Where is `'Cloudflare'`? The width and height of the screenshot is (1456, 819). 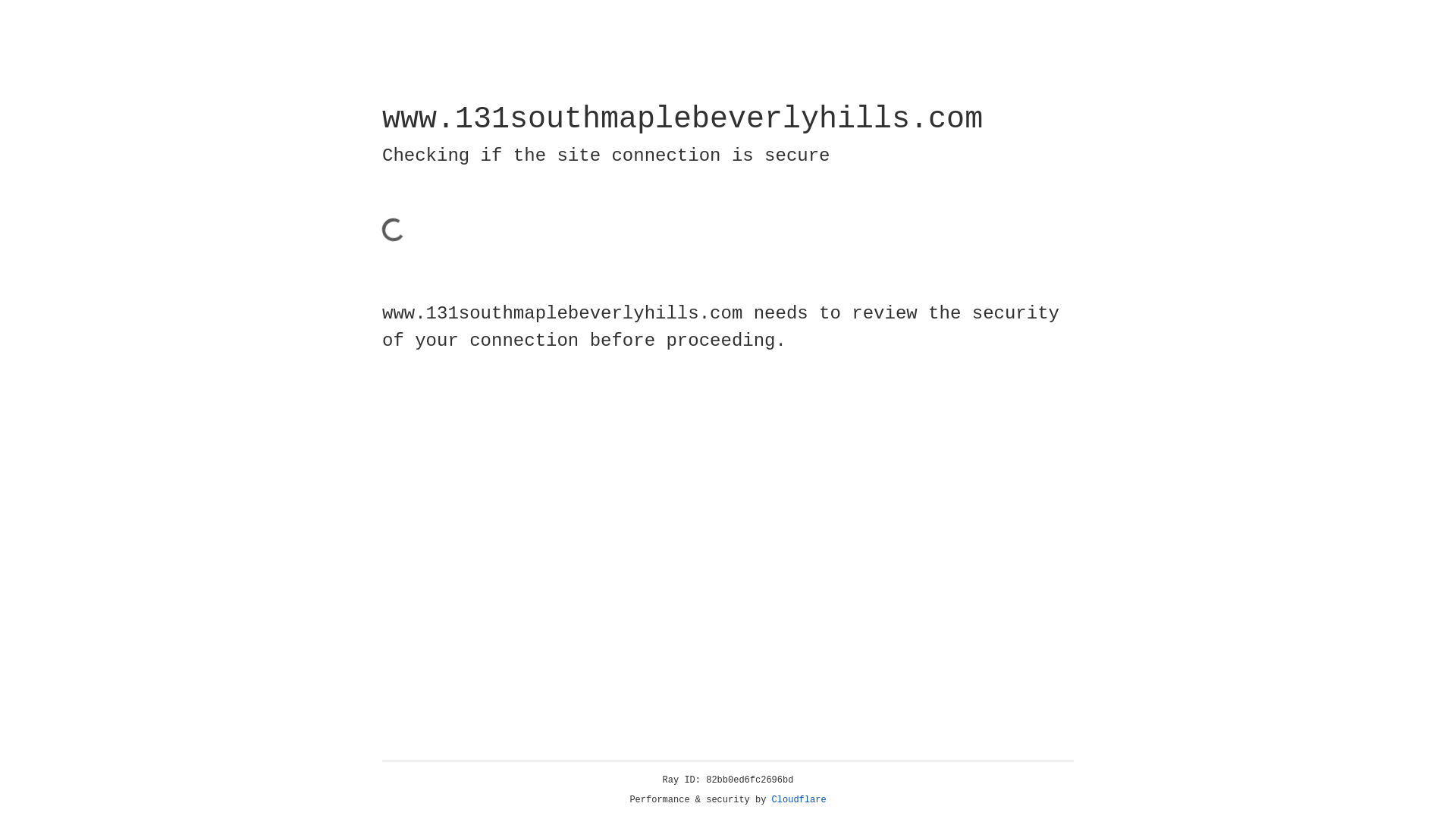
'Cloudflare' is located at coordinates (799, 799).